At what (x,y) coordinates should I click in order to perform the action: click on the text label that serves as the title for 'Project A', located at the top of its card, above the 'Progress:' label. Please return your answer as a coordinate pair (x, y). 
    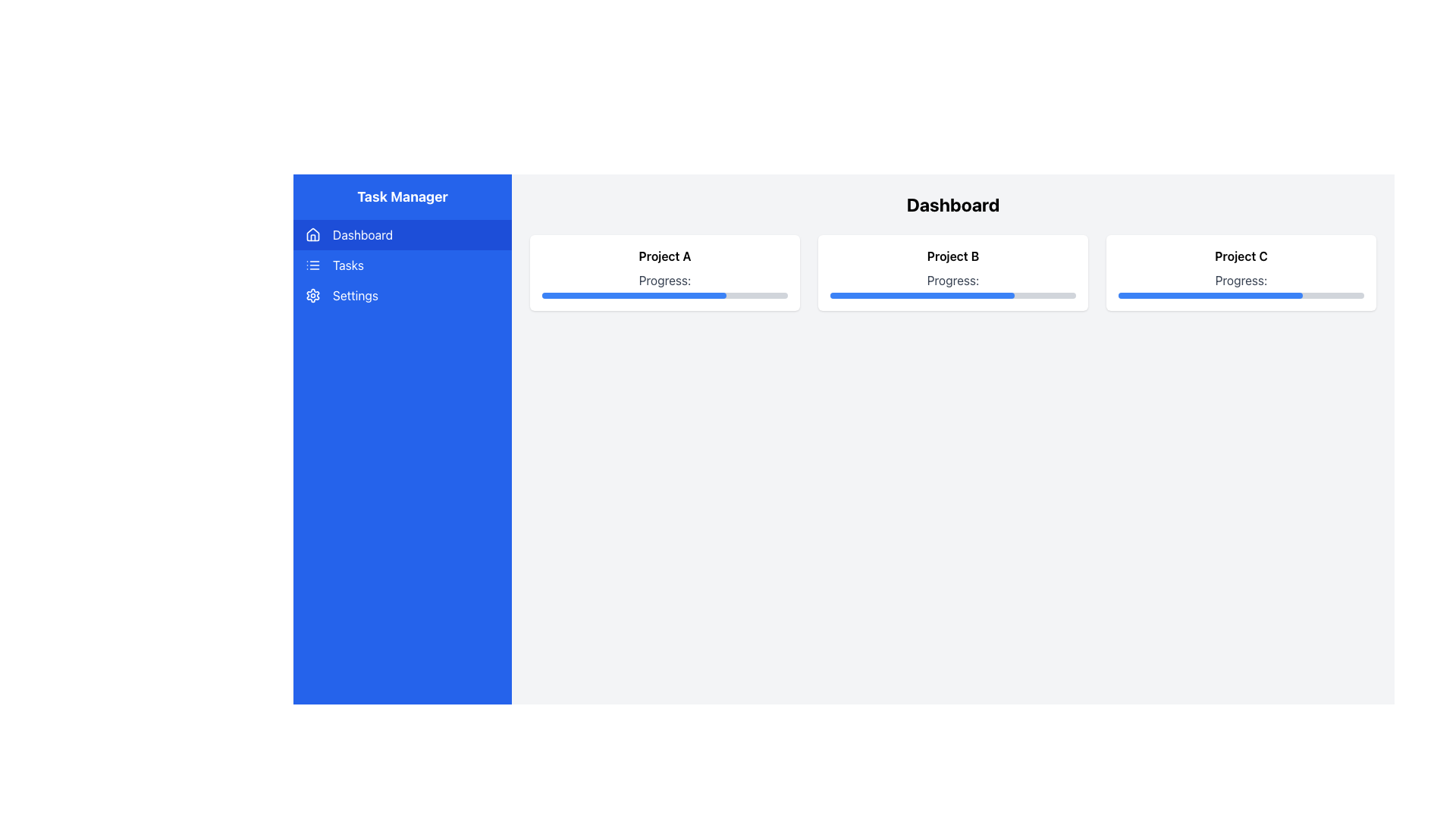
    Looking at the image, I should click on (665, 256).